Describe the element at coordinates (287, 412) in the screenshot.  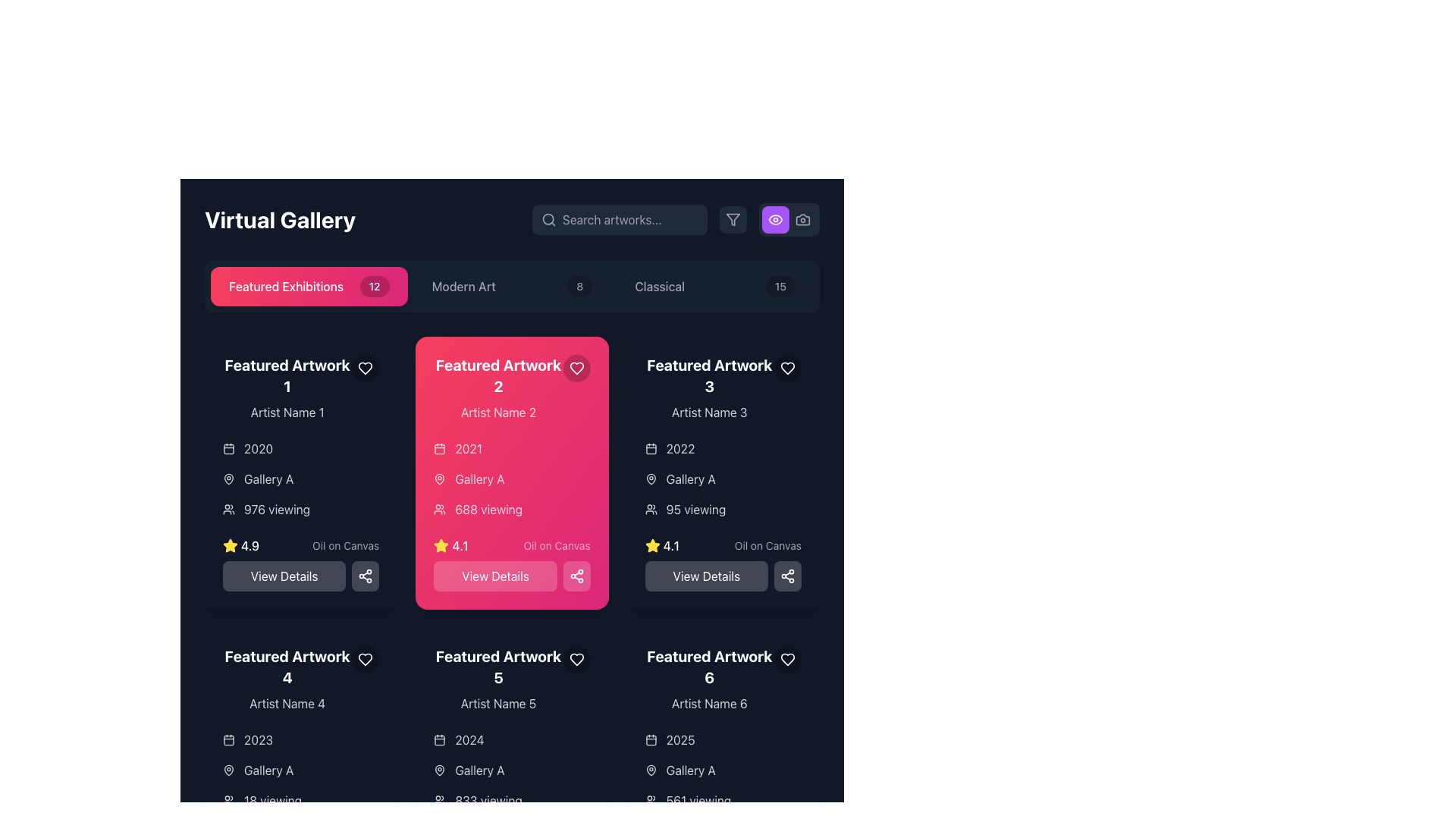
I see `the text label displaying the name of the artist associated with 'Featured Artwork 1', located beneath the heading in the leftmost column` at that location.